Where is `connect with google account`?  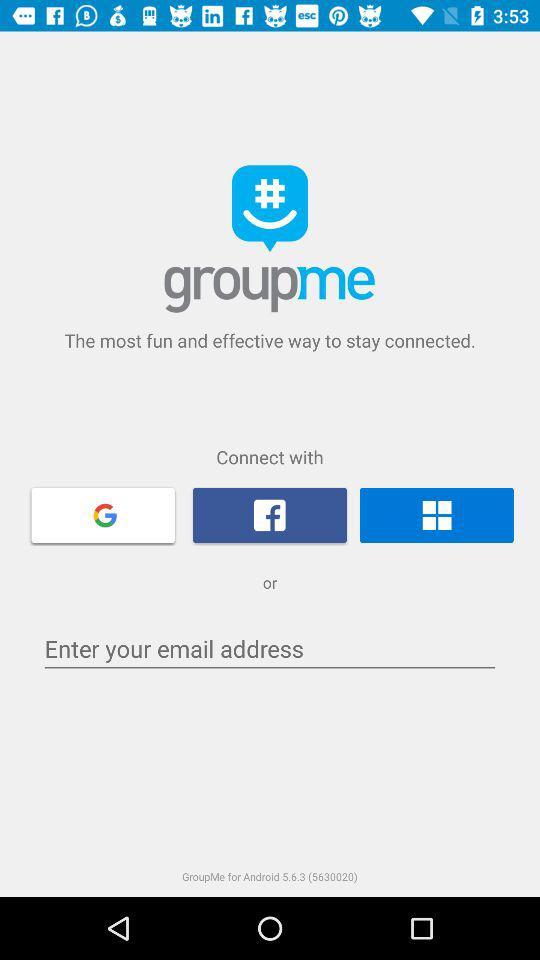
connect with google account is located at coordinates (103, 513).